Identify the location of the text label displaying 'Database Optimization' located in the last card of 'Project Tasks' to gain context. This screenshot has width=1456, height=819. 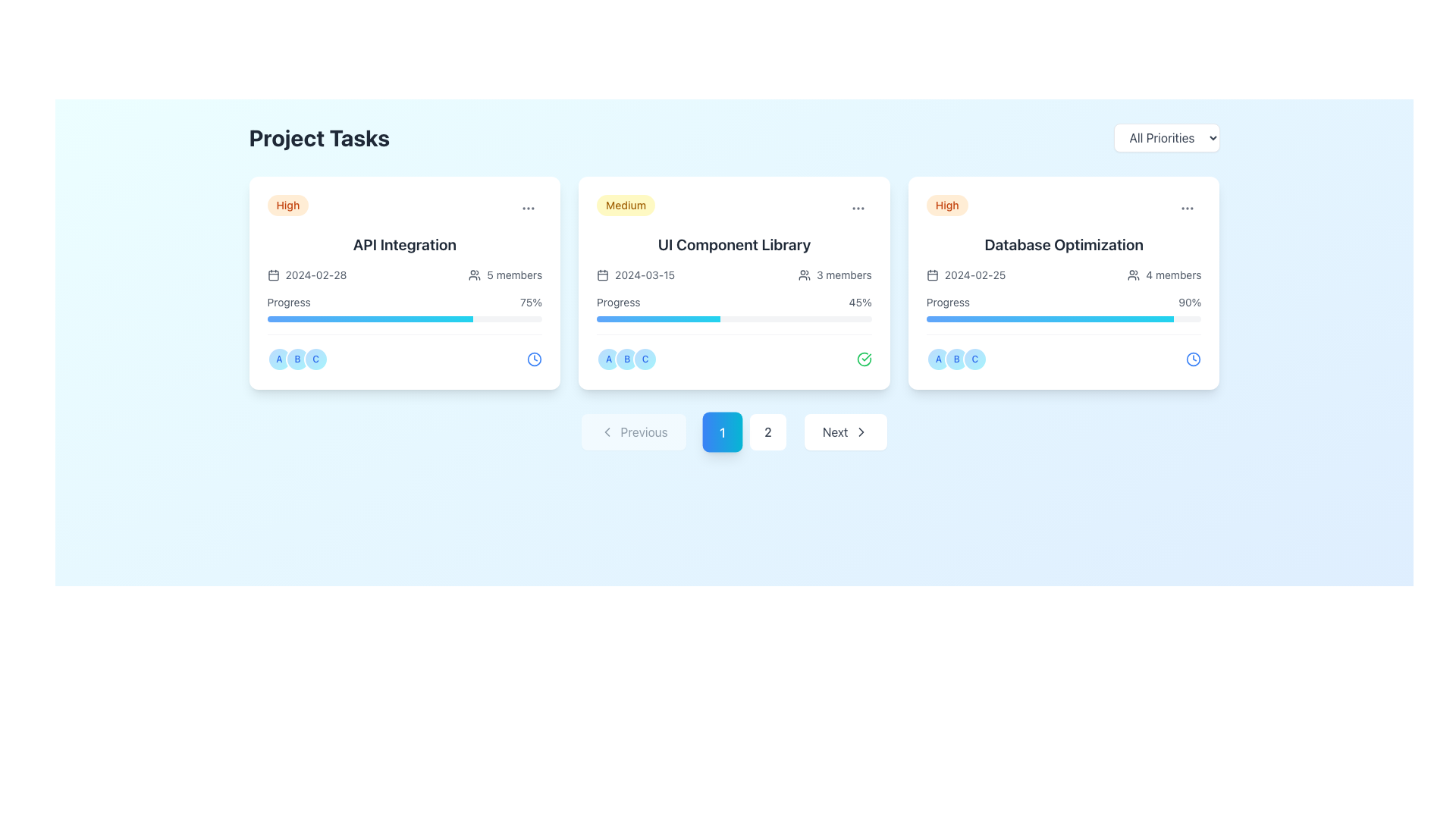
(1063, 244).